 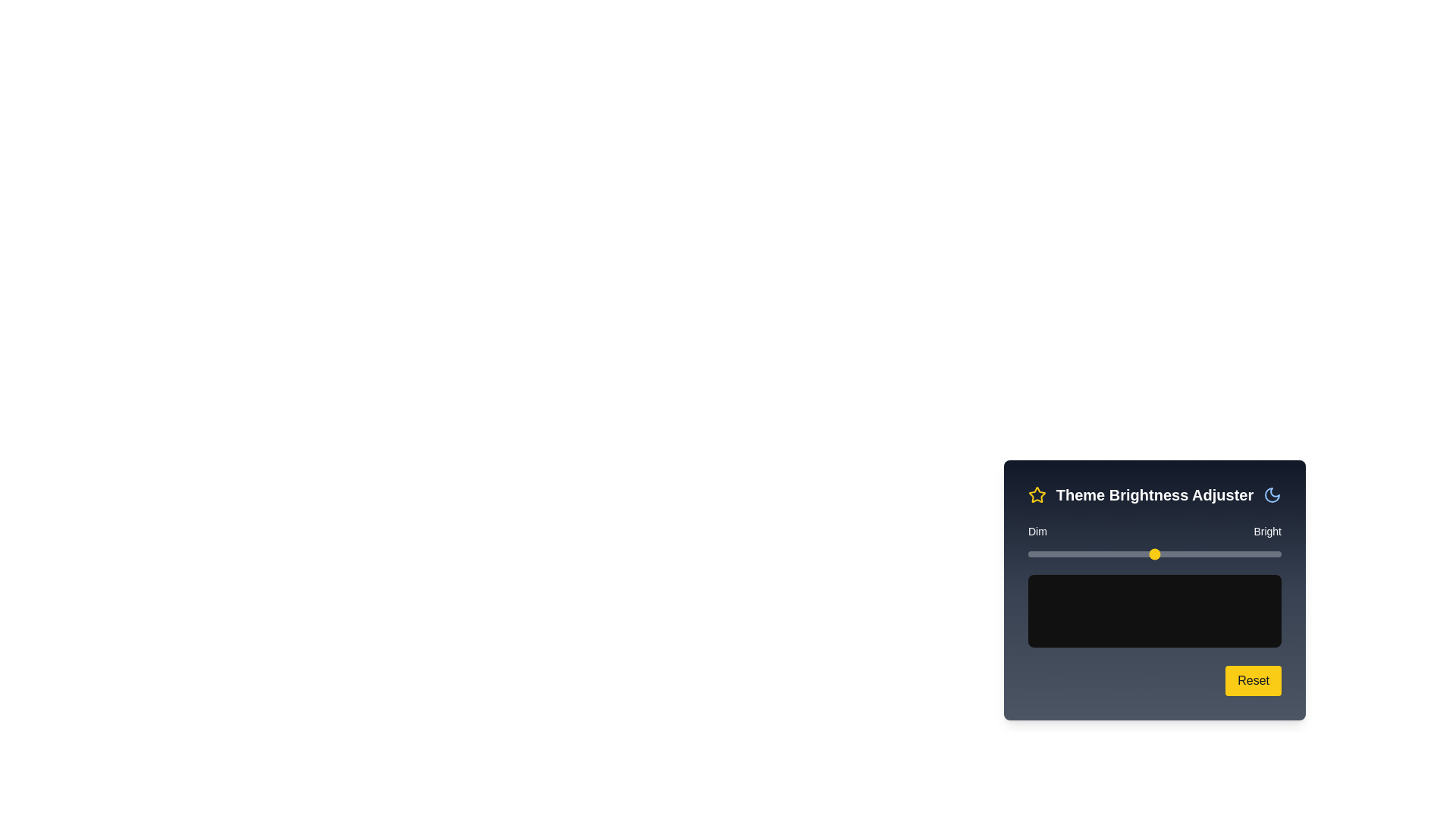 What do you see at coordinates (1152, 554) in the screenshot?
I see `the brightness slider to 49% and observe the preview area` at bounding box center [1152, 554].